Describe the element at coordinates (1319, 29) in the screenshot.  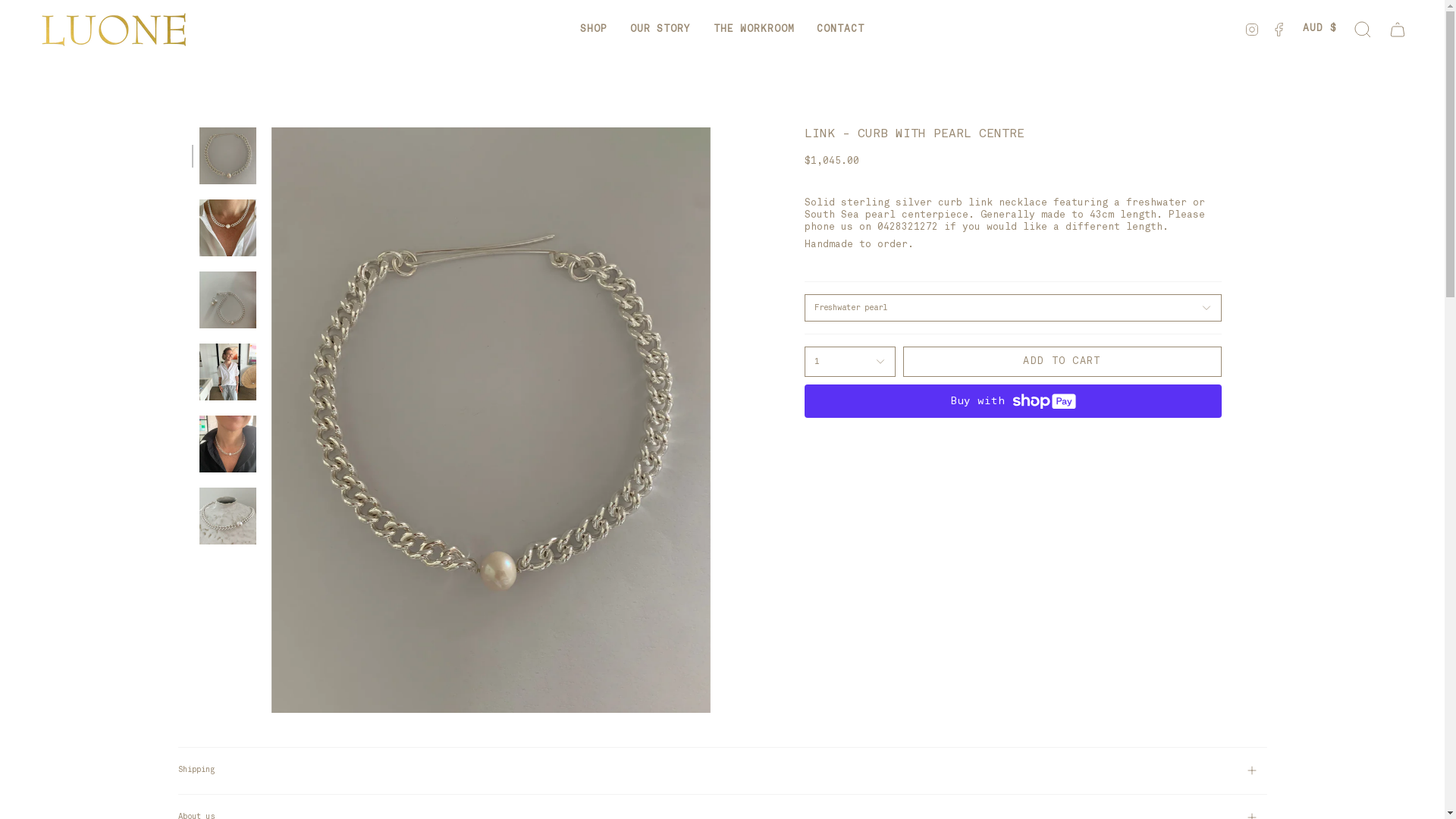
I see `'AUD $'` at that location.